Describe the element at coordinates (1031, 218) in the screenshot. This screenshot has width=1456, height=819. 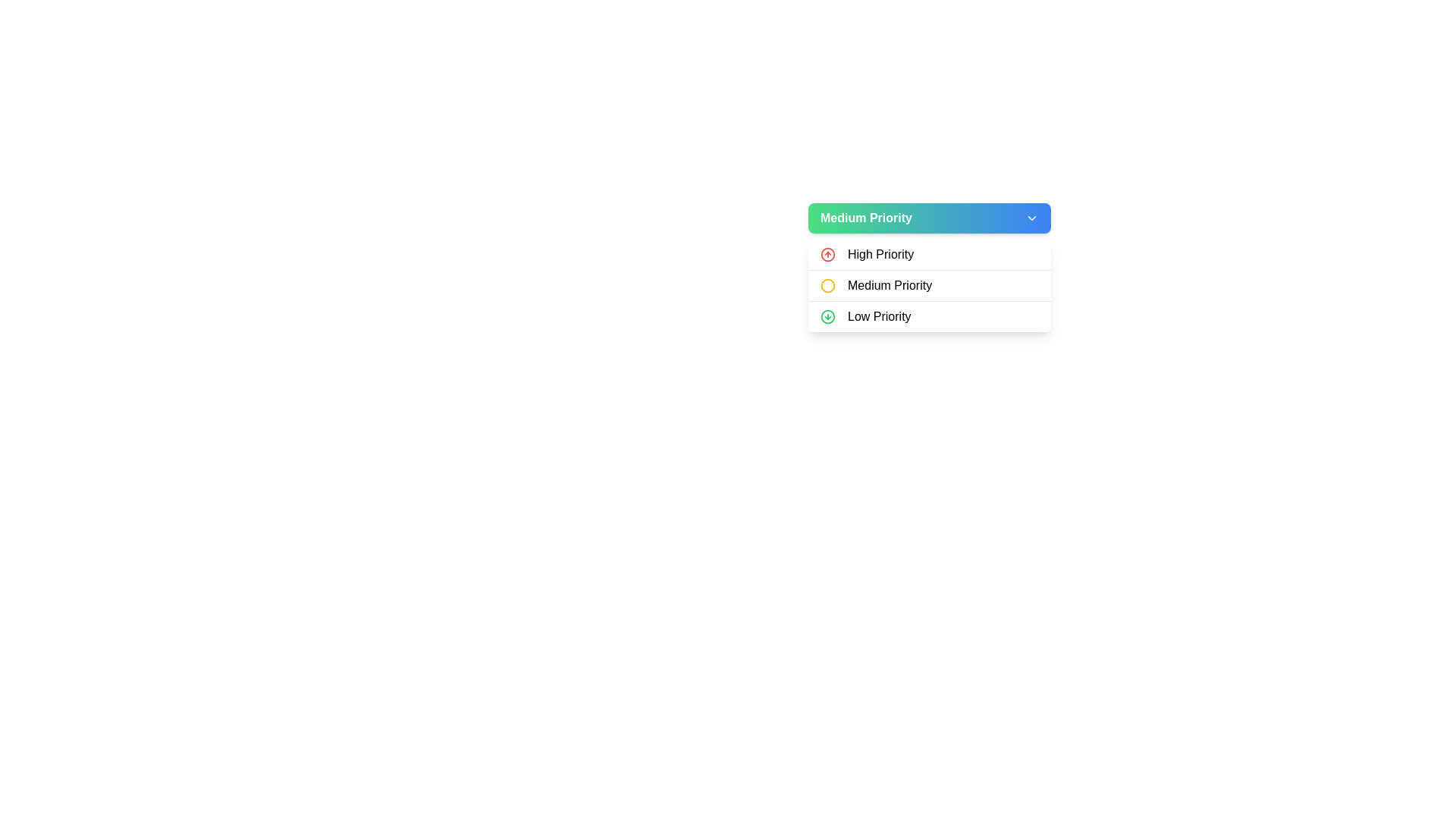
I see `the downward-pointing chevron icon on the far-right side of the 'Medium Priority' bar` at that location.